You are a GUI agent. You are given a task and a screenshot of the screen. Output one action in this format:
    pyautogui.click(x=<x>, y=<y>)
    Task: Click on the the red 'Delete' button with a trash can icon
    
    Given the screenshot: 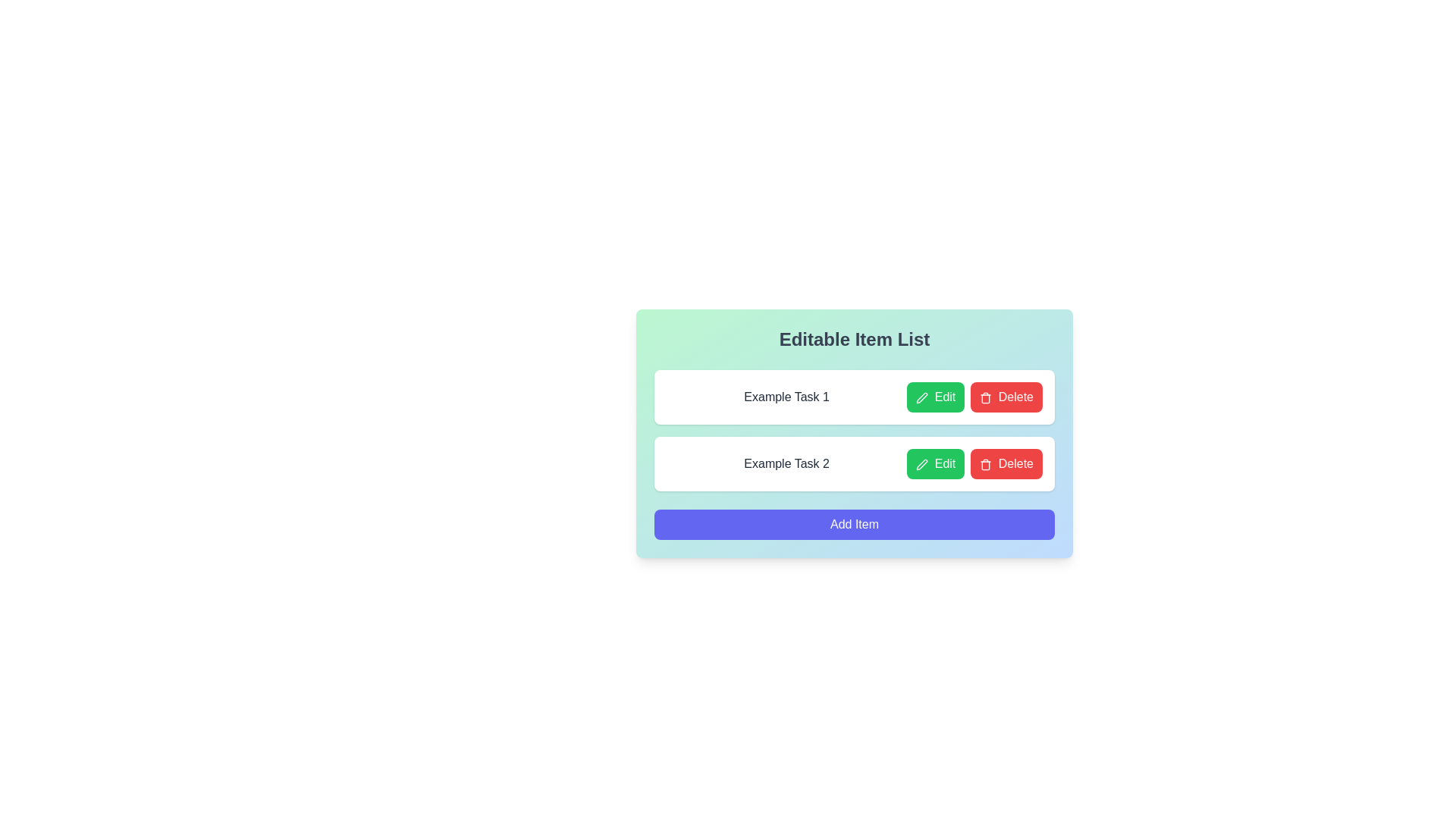 What is the action you would take?
    pyautogui.click(x=1006, y=397)
    